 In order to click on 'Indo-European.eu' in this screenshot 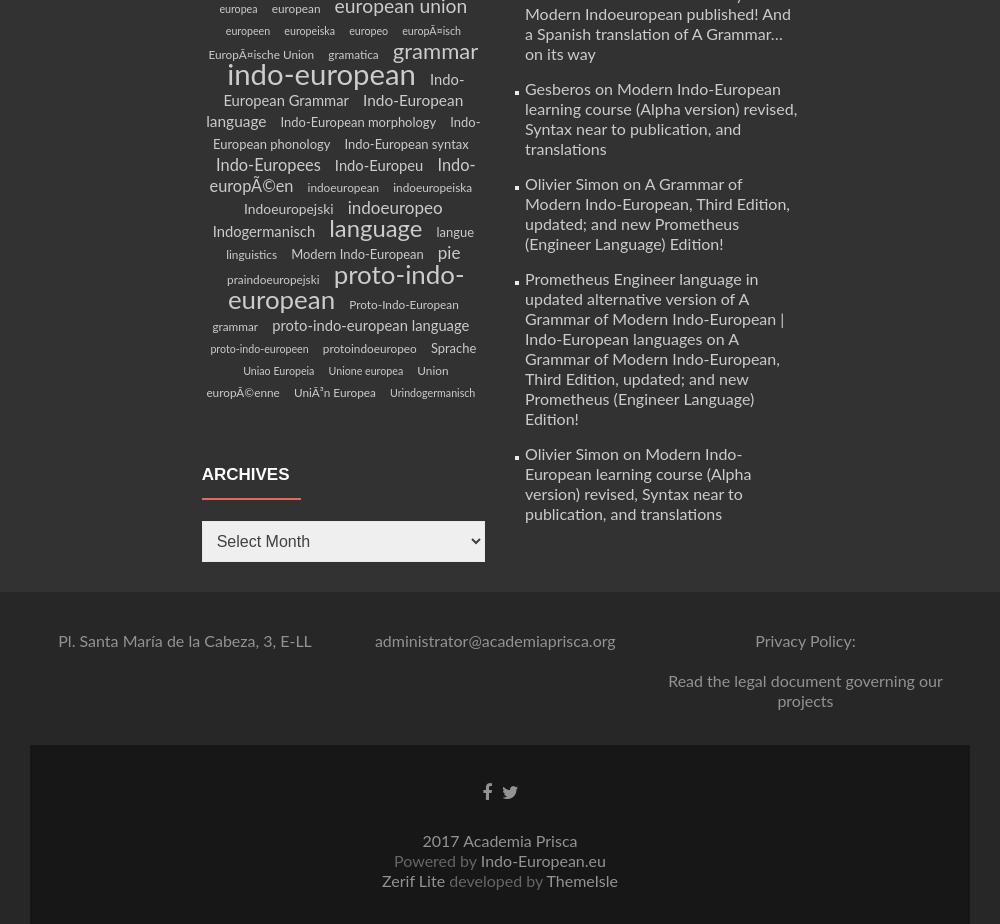, I will do `click(542, 860)`.